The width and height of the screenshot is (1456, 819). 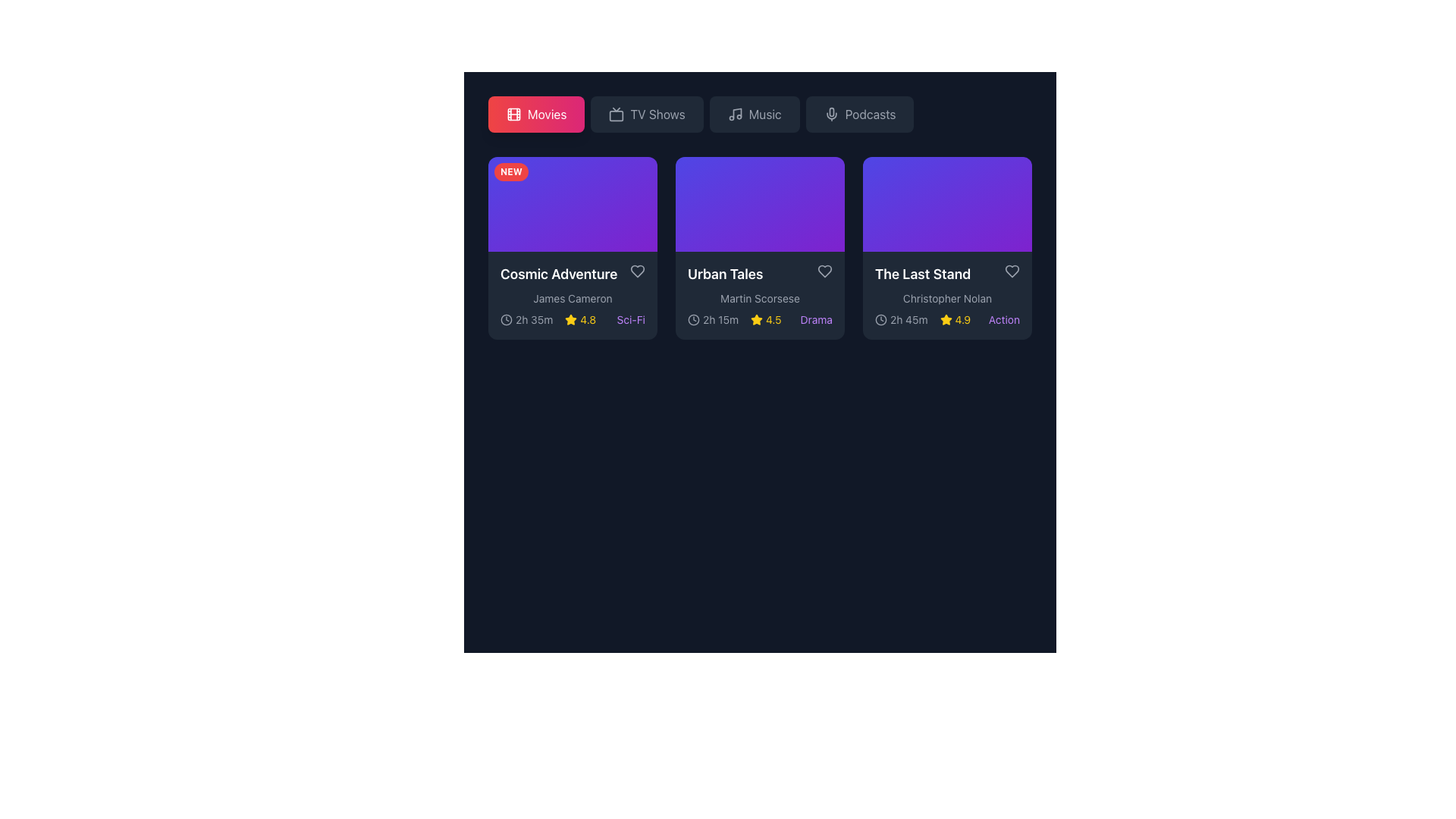 I want to click on the textual and iconographic composite component displaying the duration and rating of the movie 'Cosmic Adventure', located below 'James Cameron' and to the left of the 'Sci-Fi' label, so click(x=548, y=319).